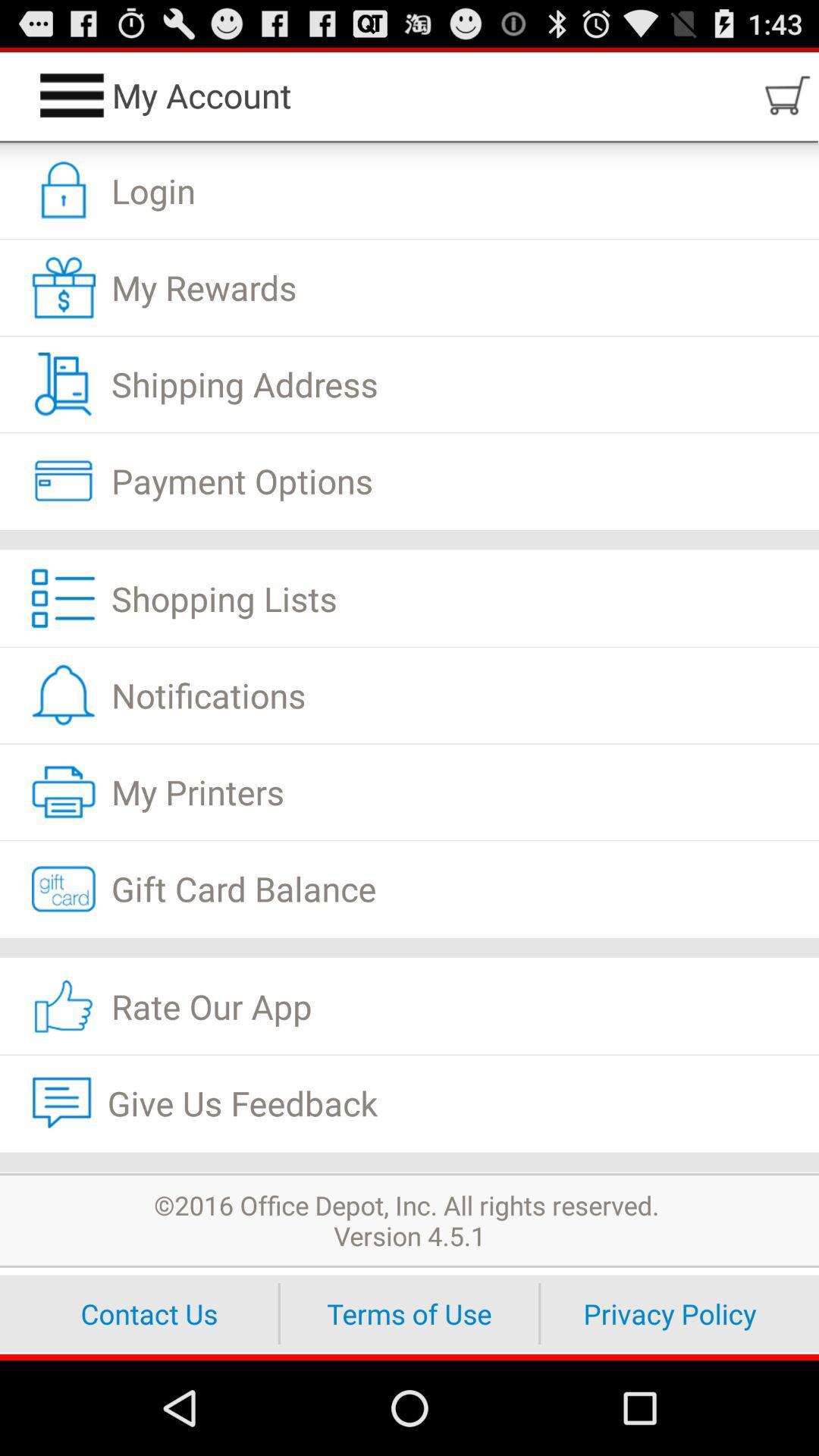 This screenshot has width=819, height=1456. I want to click on the app below rate our app, so click(409, 1103).